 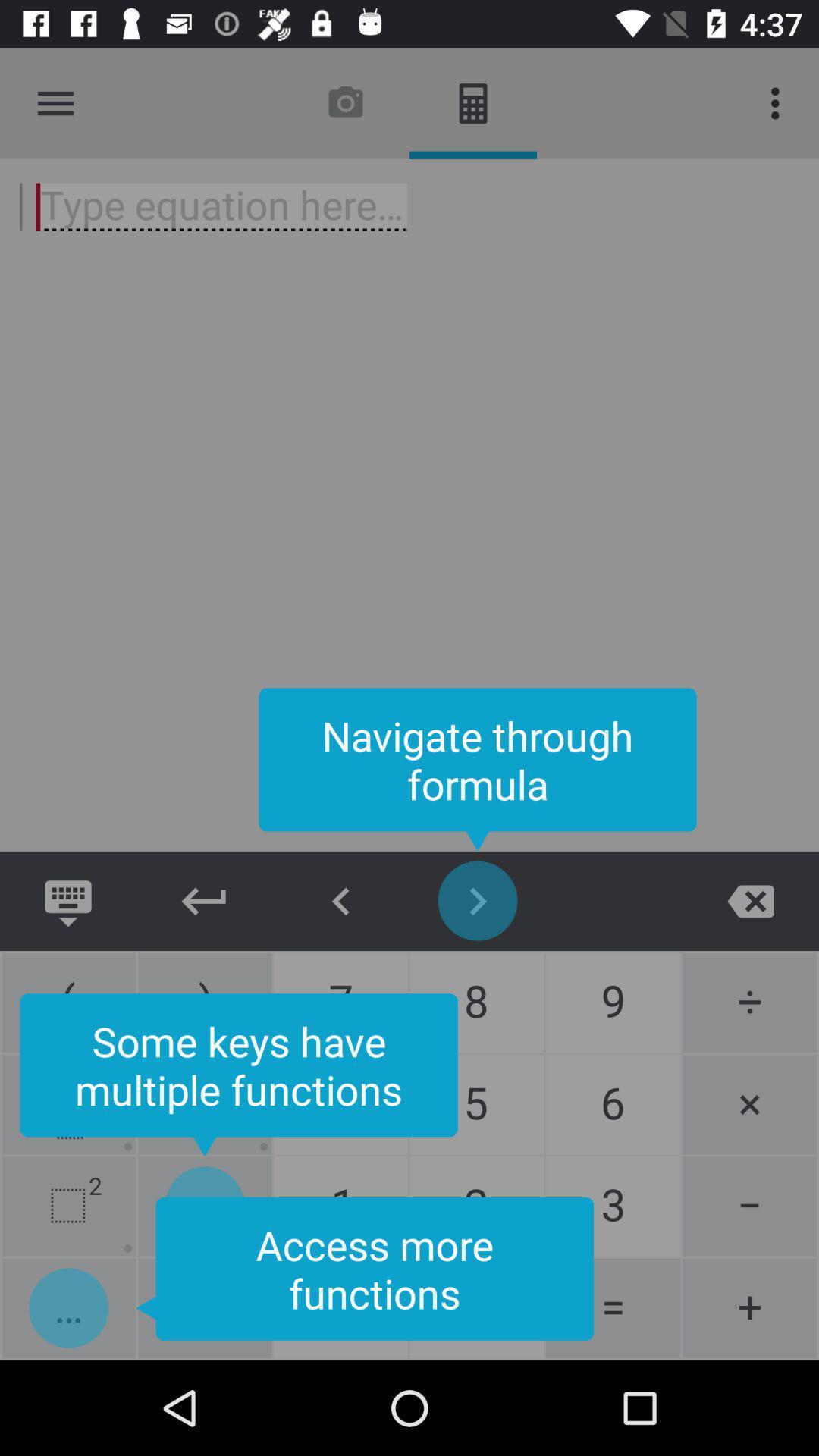 I want to click on enter icon, so click(x=205, y=901).